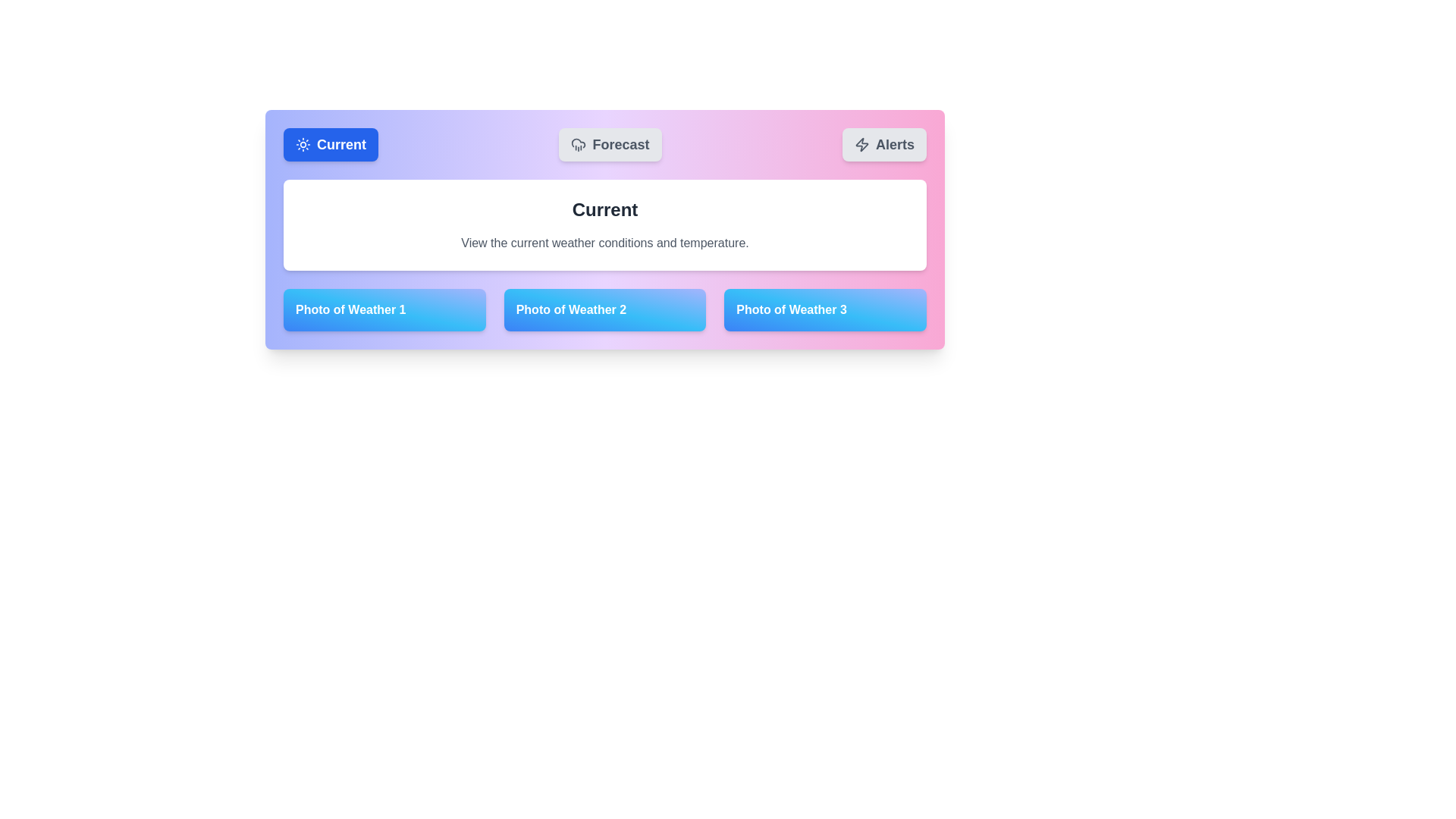  Describe the element at coordinates (330, 145) in the screenshot. I see `the button with a blue background and white text reading 'Current', which is the leftmost button in a horizontal group of buttons labeled 'Current', 'Forecast', and 'Alerts'` at that location.